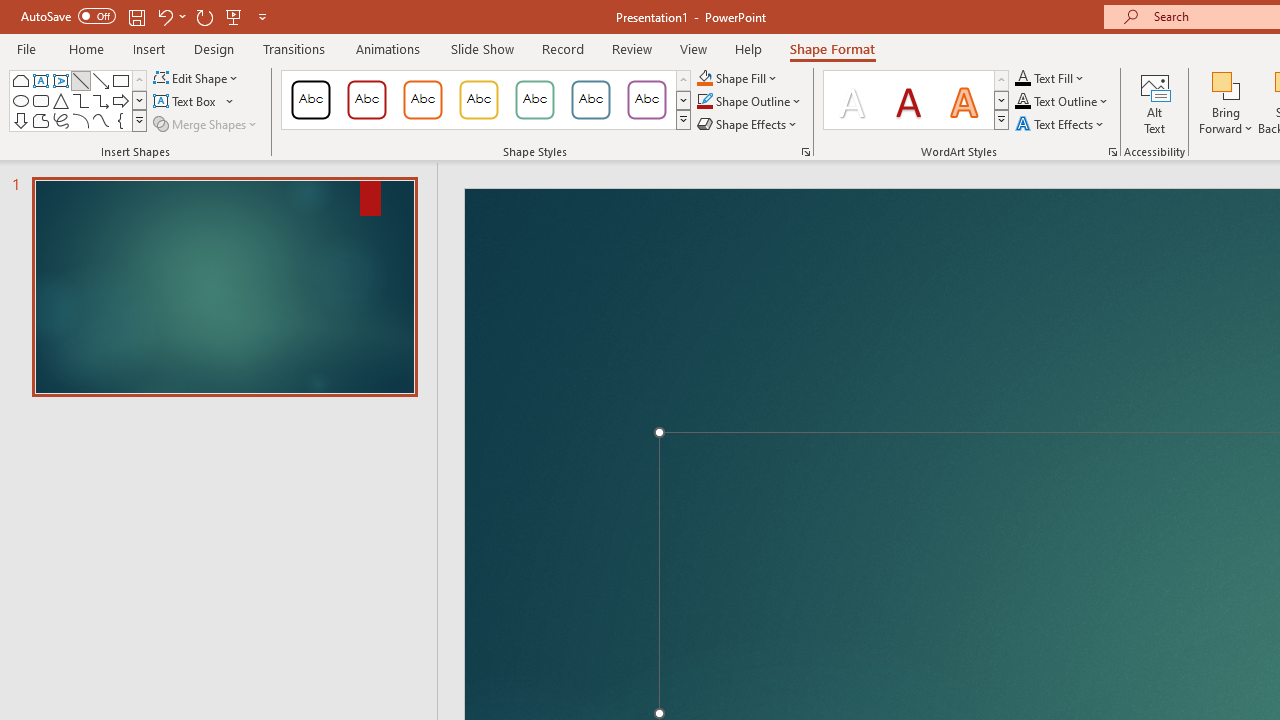 The image size is (1280, 720). What do you see at coordinates (1225, 103) in the screenshot?
I see `'Bring Forward'` at bounding box center [1225, 103].